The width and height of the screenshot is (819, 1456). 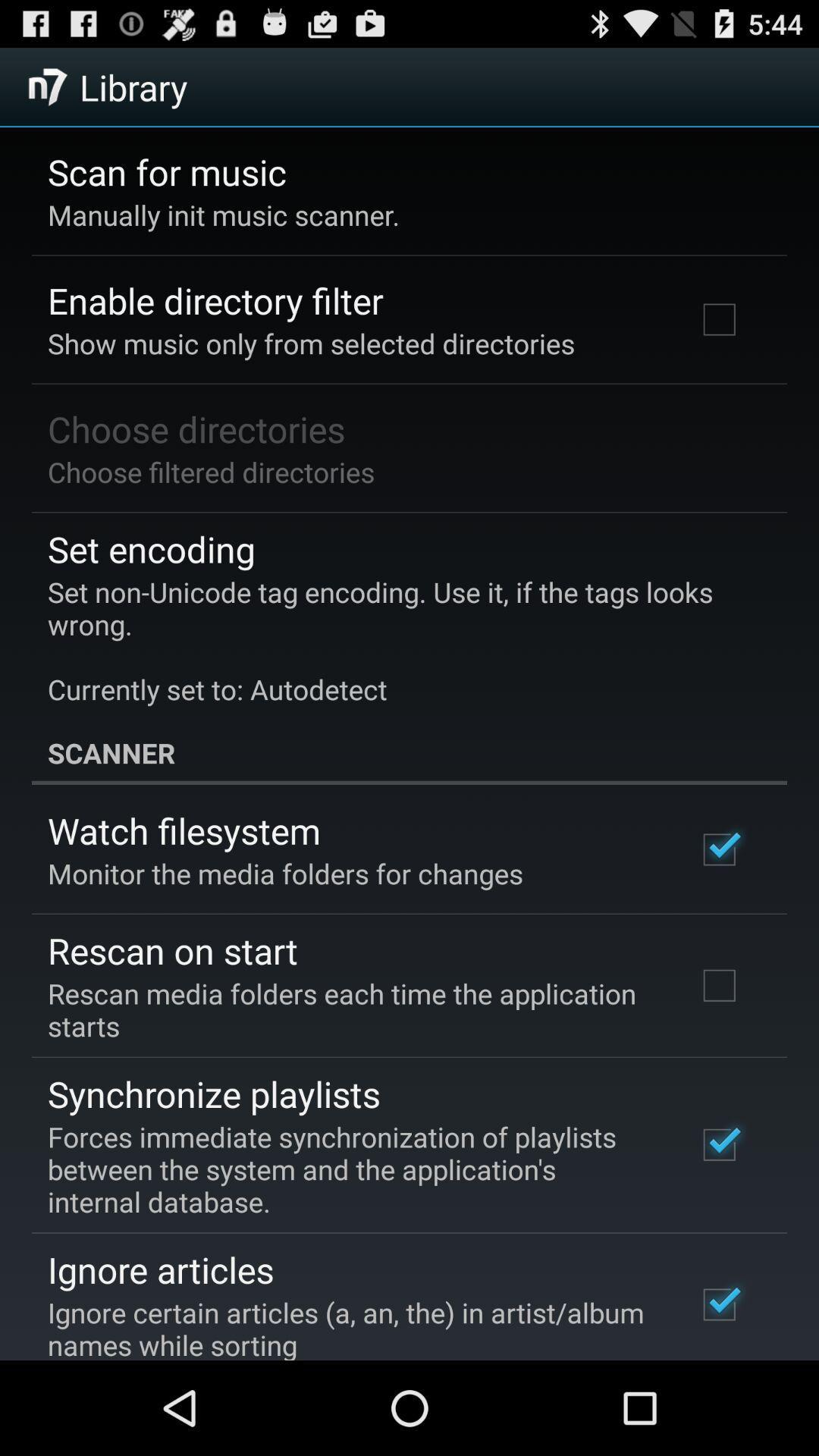 What do you see at coordinates (171, 949) in the screenshot?
I see `the item above rescan media folders item` at bounding box center [171, 949].